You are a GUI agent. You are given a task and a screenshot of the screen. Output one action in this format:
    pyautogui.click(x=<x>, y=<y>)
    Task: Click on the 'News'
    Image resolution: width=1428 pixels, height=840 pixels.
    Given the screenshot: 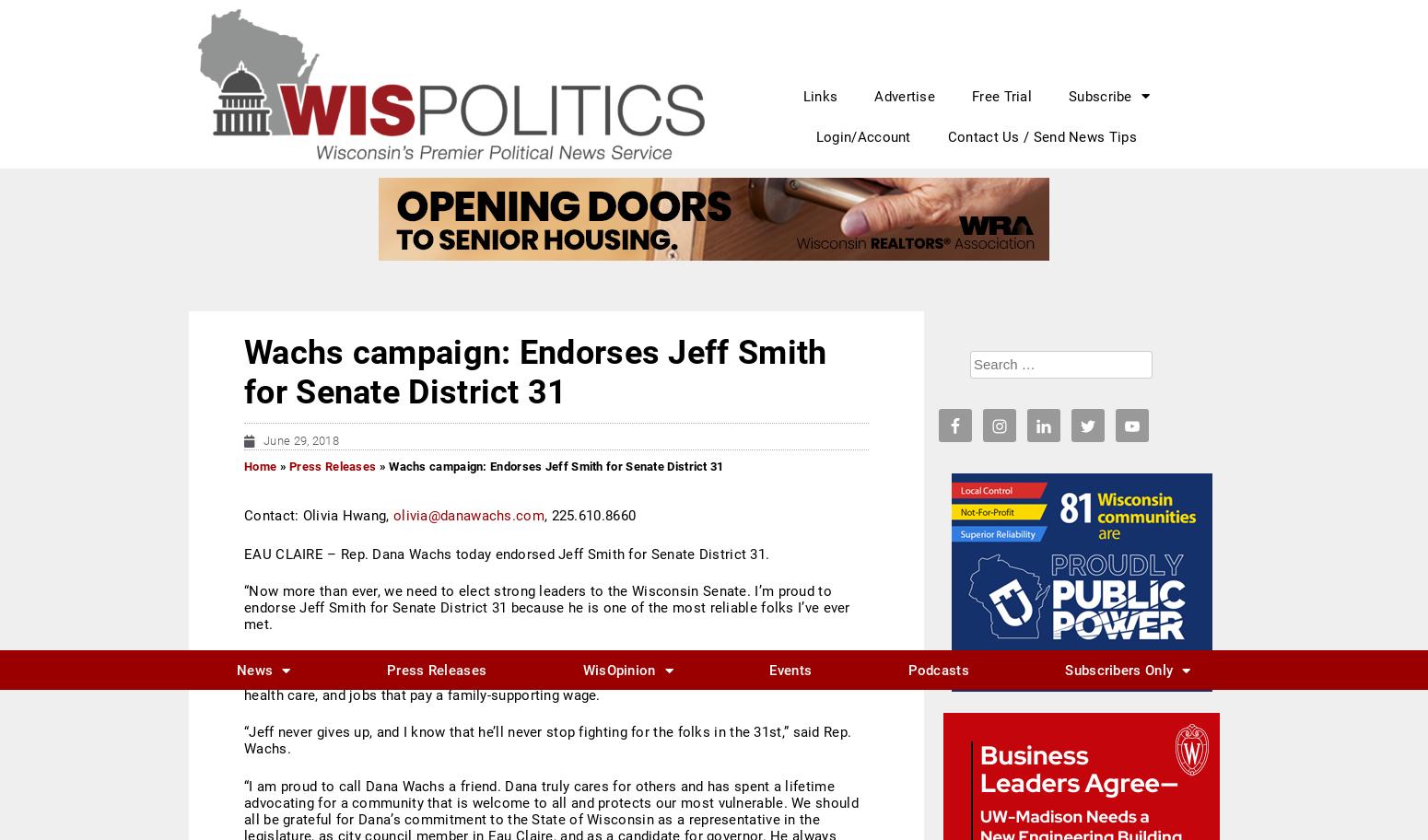 What is the action you would take?
    pyautogui.click(x=236, y=19)
    